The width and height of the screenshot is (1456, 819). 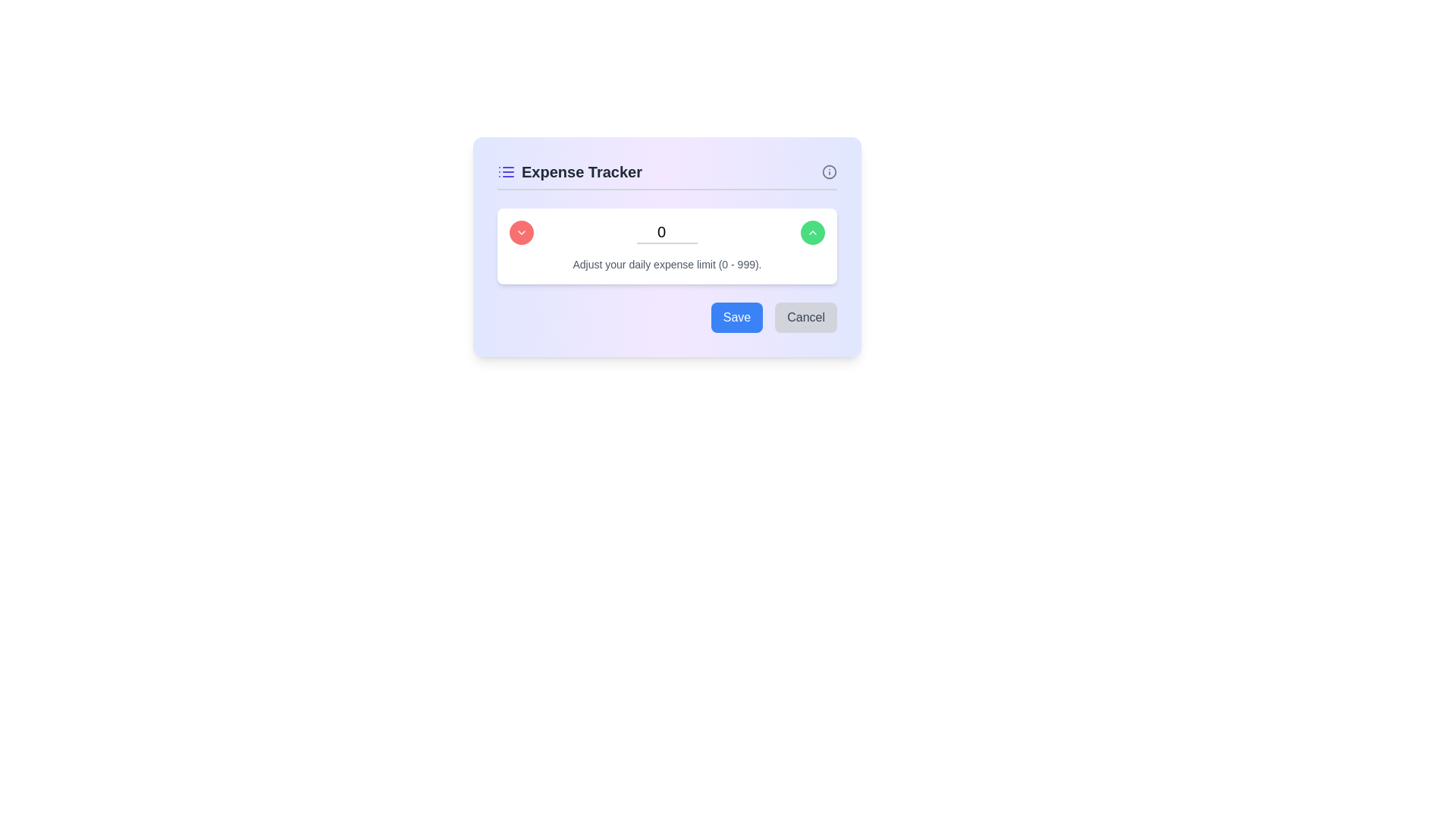 I want to click on the increment and decrement buttons of the numeric adjustment UI component, which is visually distinct with a white box and rounded corners, containing a numeric input field and the caption 'Adjust your daily expense limit (0 - 999).', so click(x=667, y=245).